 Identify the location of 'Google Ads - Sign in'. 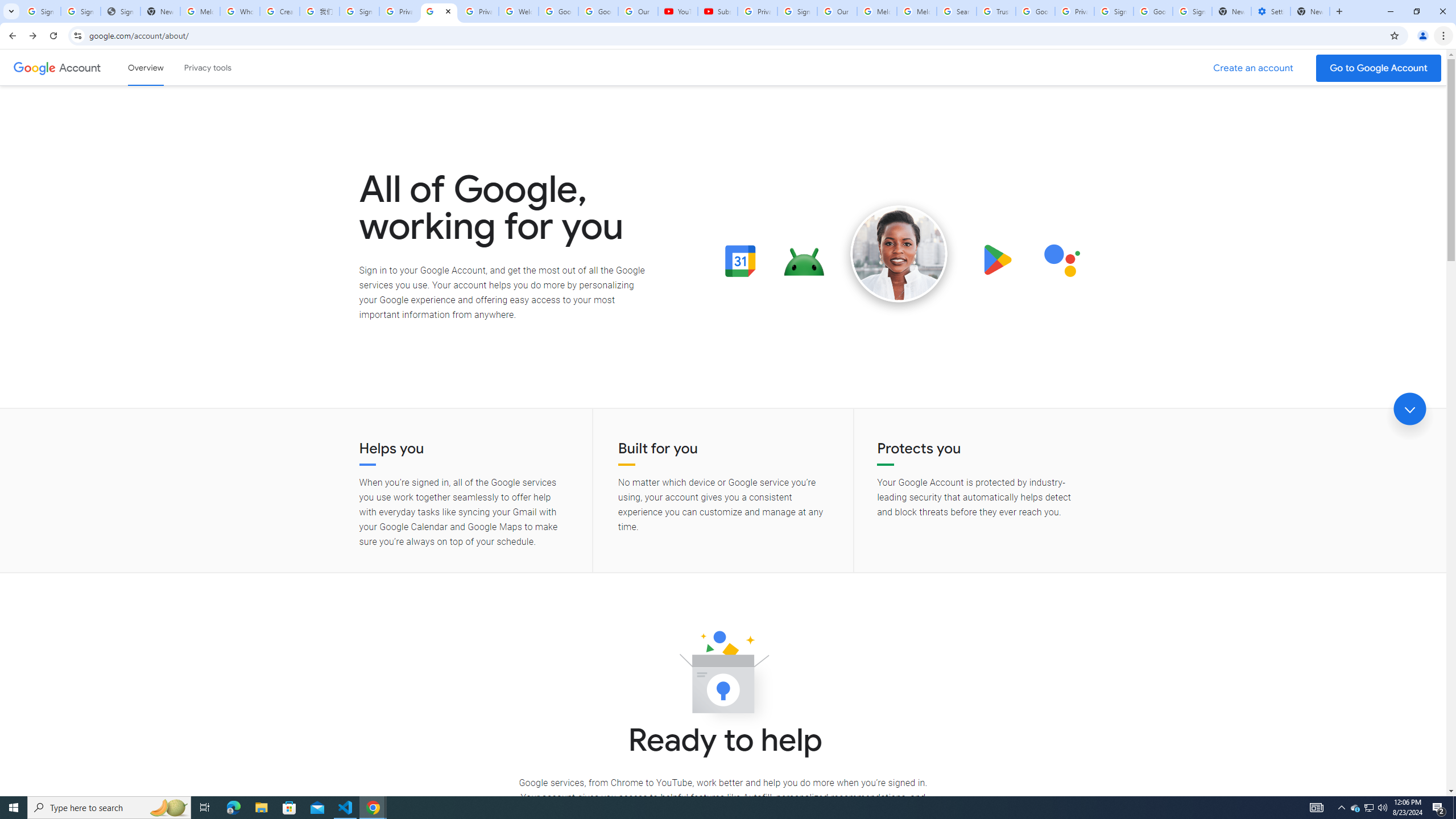
(1035, 11).